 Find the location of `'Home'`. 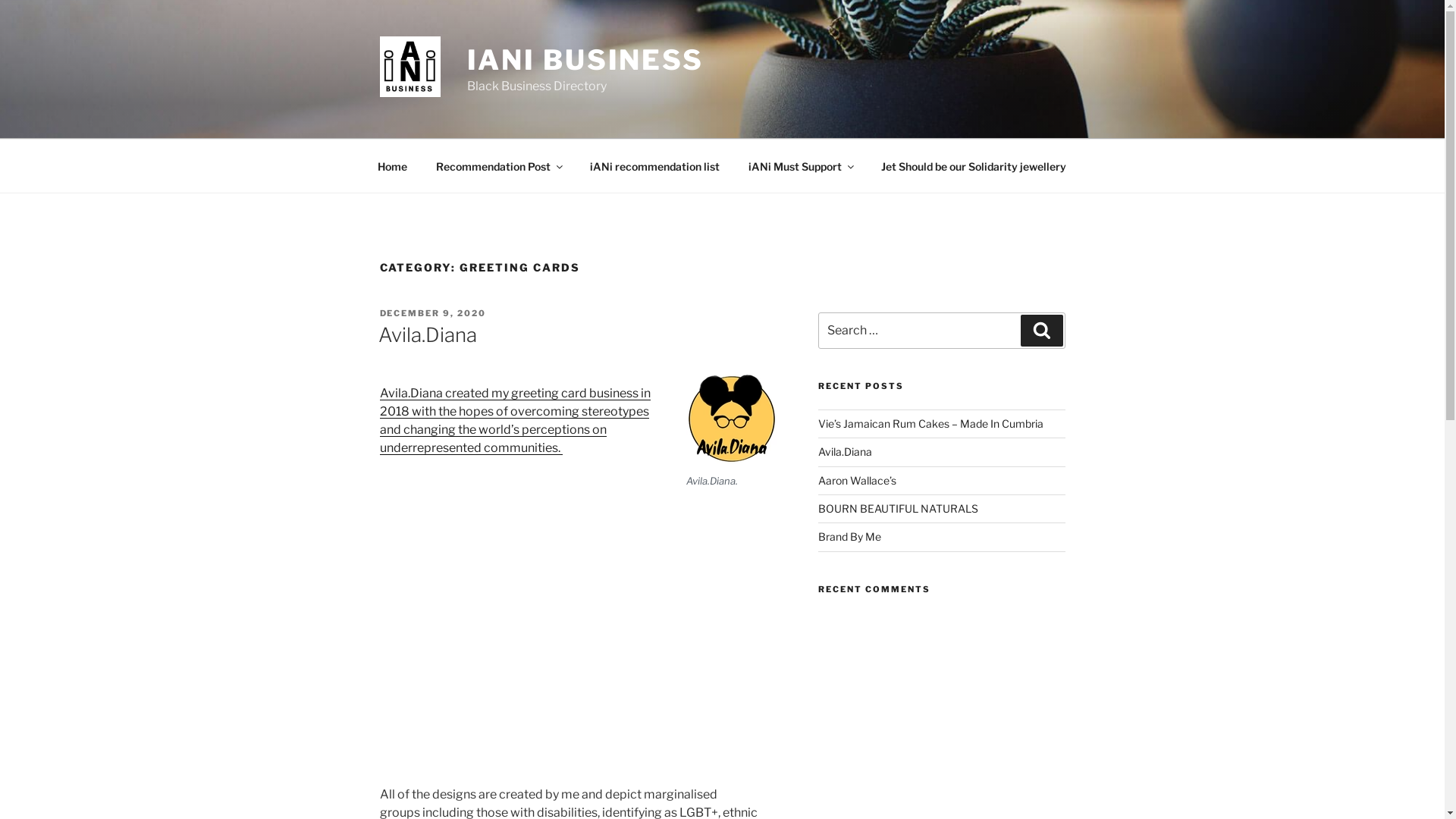

'Home' is located at coordinates (392, 165).